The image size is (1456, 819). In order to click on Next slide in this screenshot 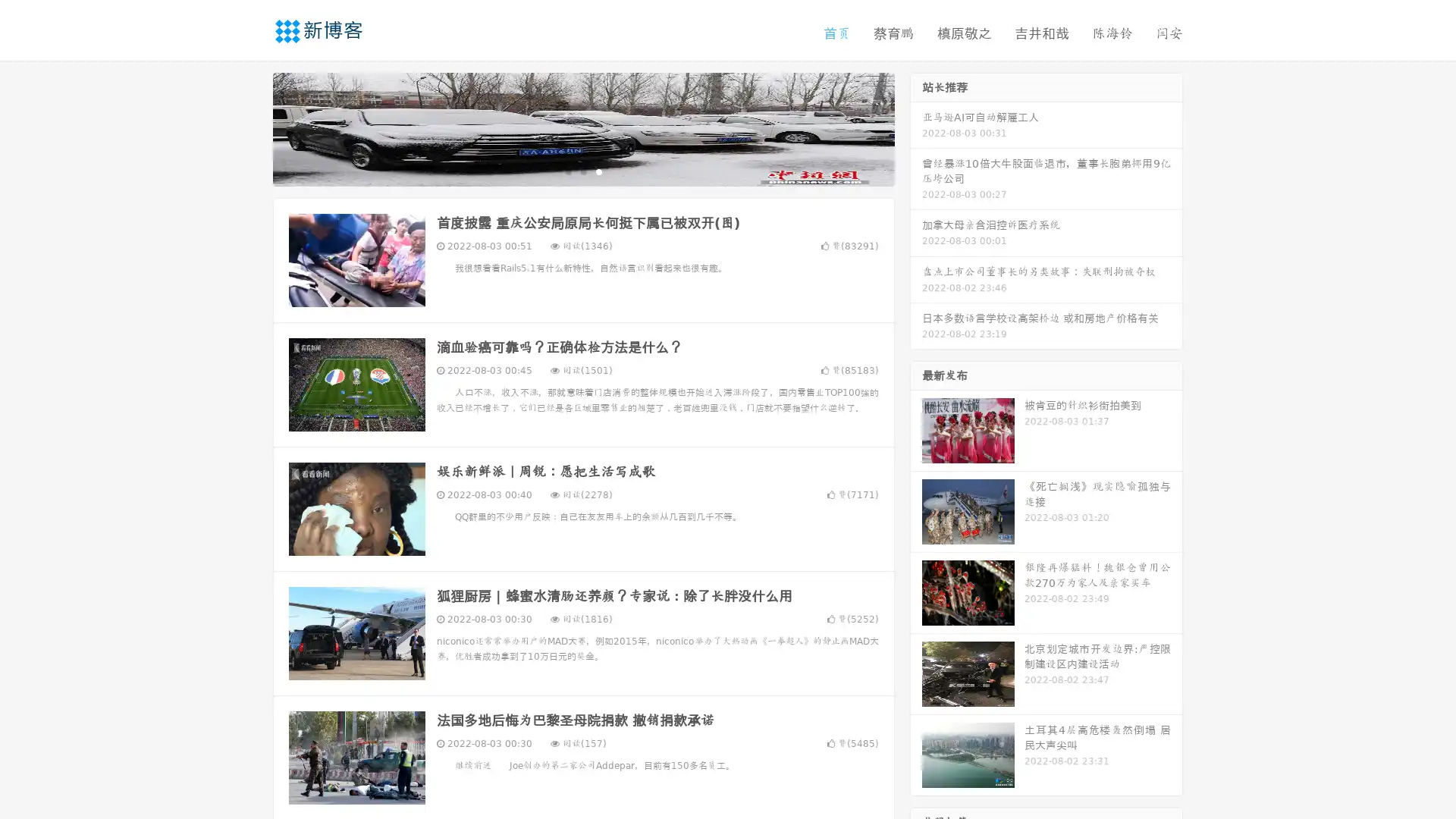, I will do `click(916, 127)`.